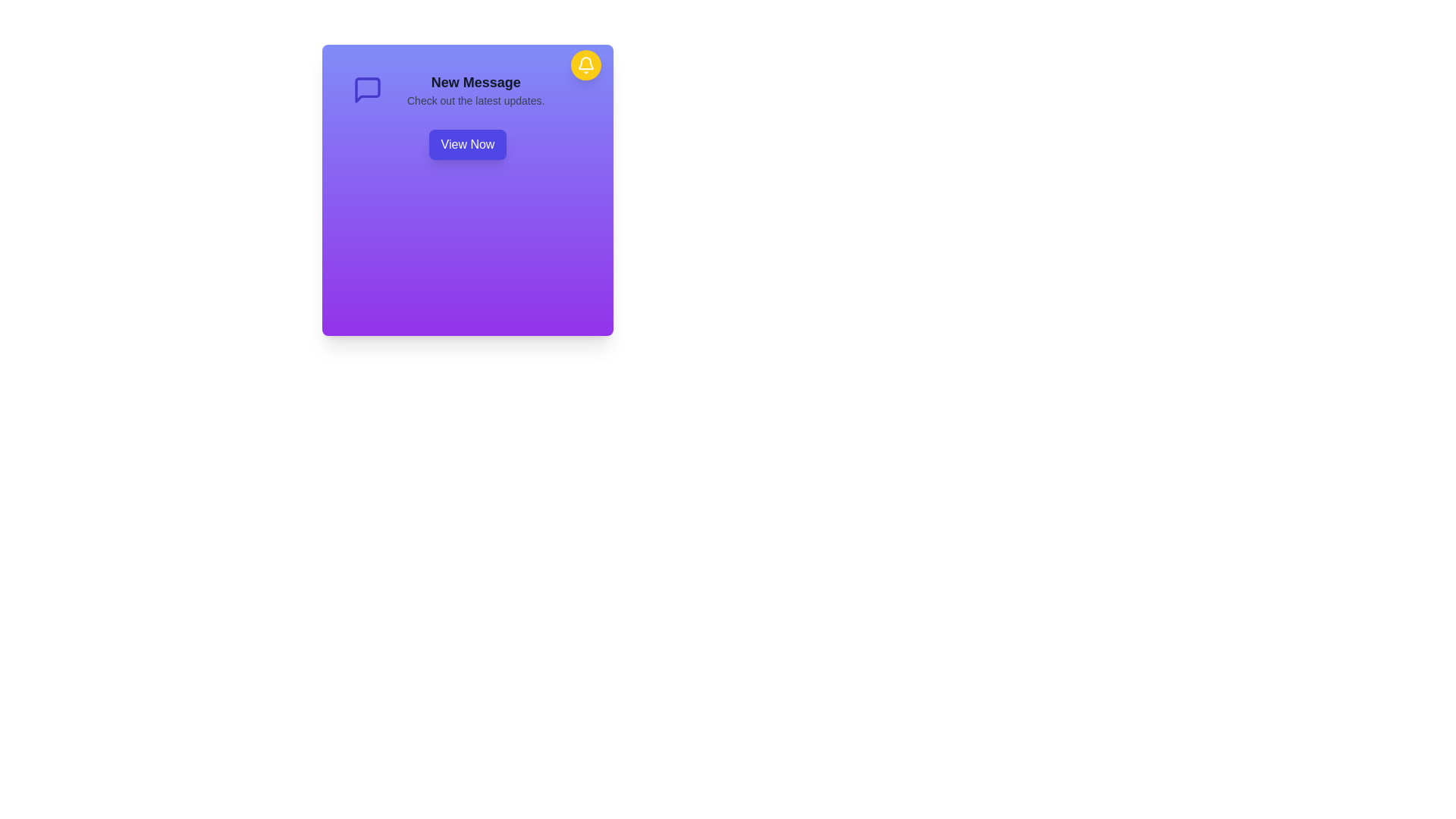 This screenshot has height=819, width=1456. Describe the element at coordinates (585, 67) in the screenshot. I see `the notification icon located in the upper-right corner of the notification card, which is part of an SVG representing an alert symbol` at that location.